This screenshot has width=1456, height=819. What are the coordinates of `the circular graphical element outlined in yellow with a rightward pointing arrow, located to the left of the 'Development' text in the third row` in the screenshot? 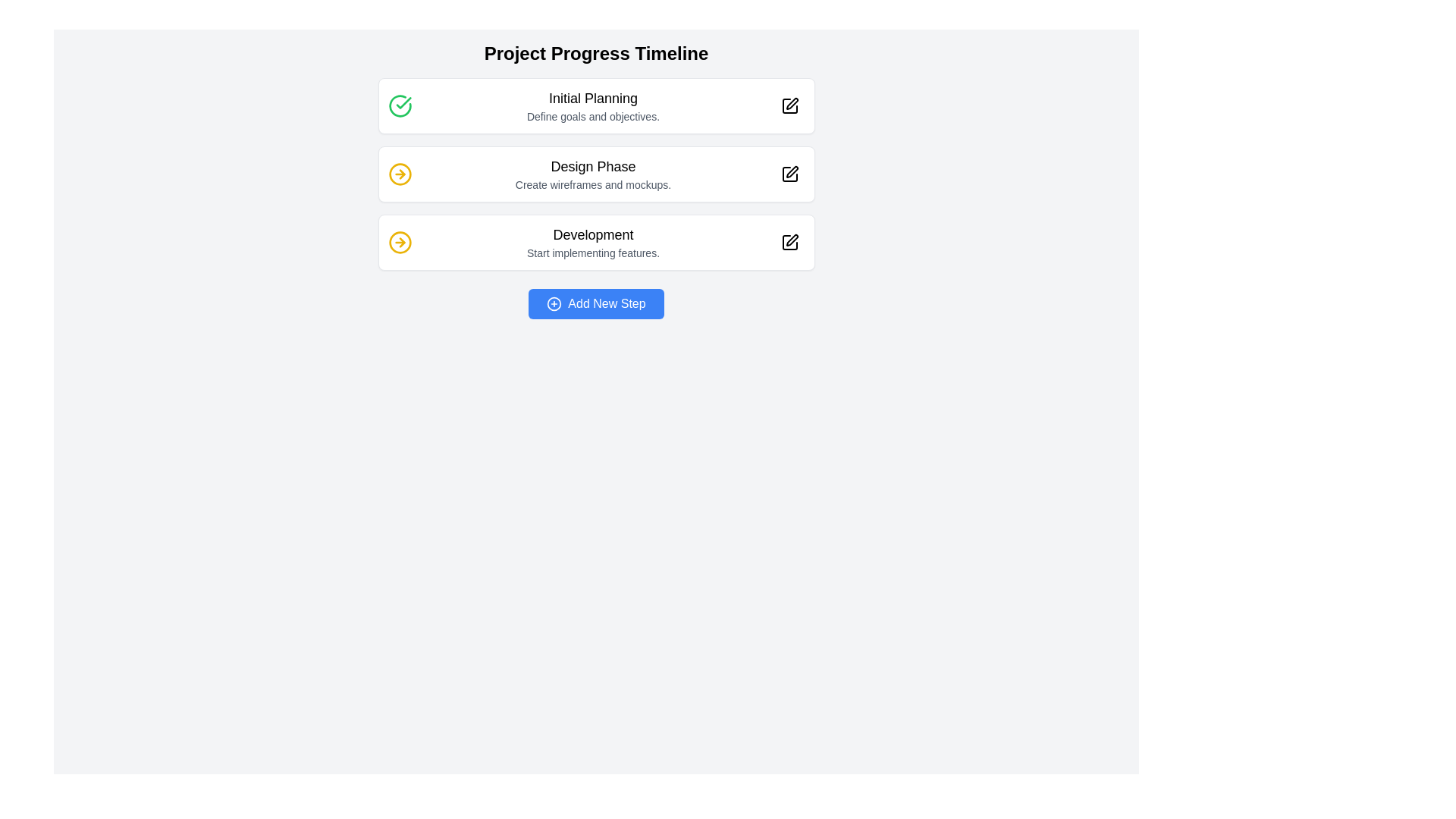 It's located at (400, 242).